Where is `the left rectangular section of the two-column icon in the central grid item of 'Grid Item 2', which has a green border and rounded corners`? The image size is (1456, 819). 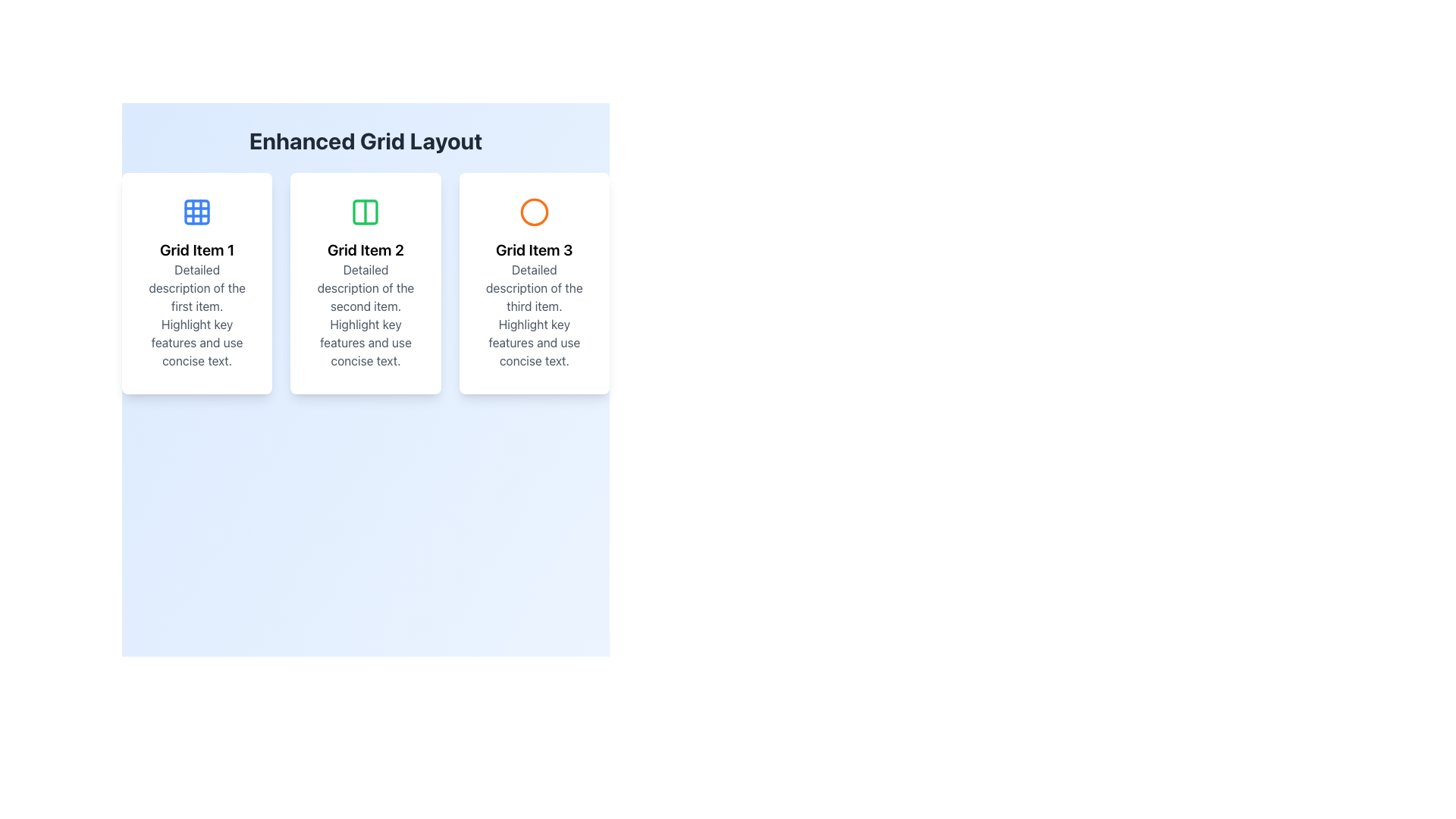 the left rectangular section of the two-column icon in the central grid item of 'Grid Item 2', which has a green border and rounded corners is located at coordinates (366, 212).